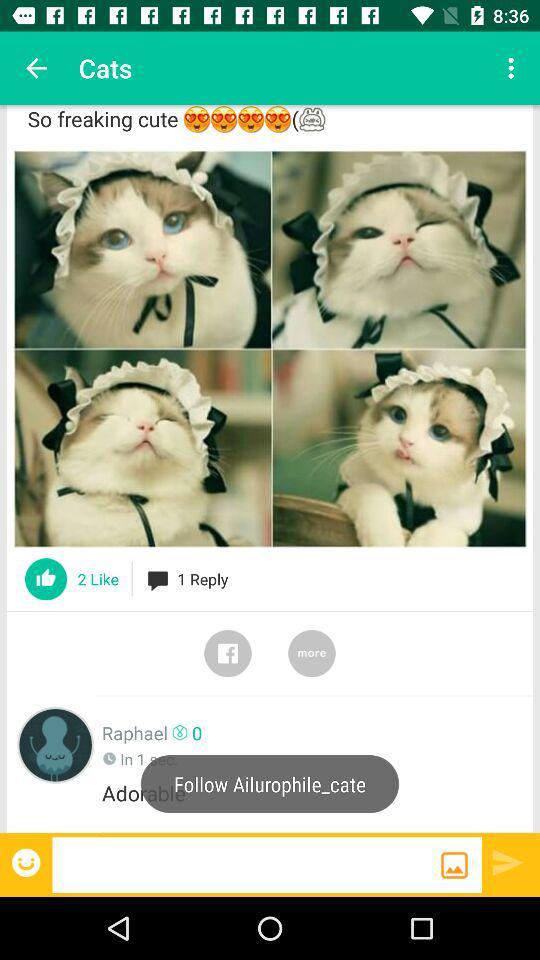 This screenshot has width=540, height=960. Describe the element at coordinates (454, 864) in the screenshot. I see `insert image` at that location.